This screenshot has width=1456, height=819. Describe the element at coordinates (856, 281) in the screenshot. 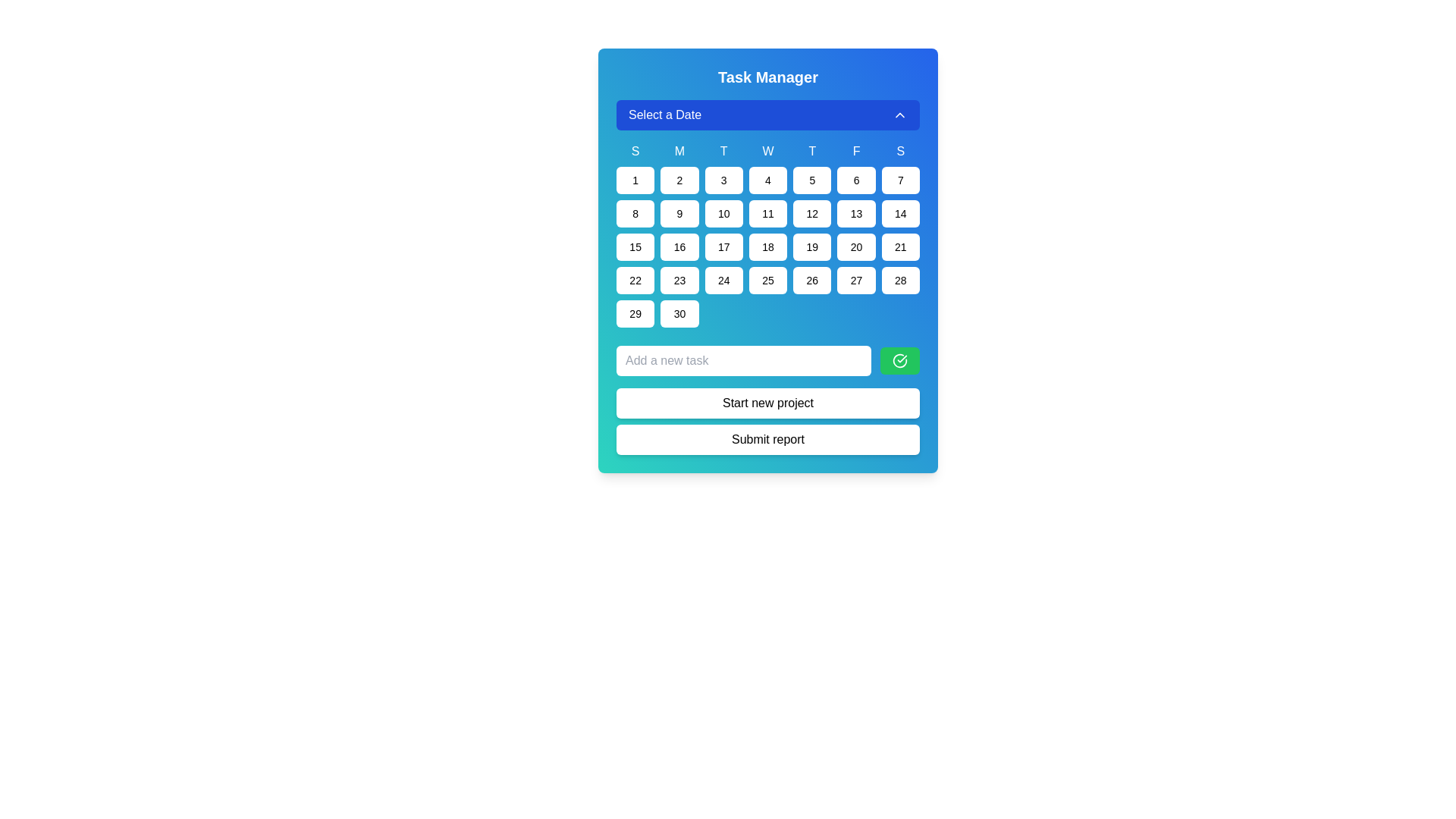

I see `the button representing the date '27' in the bottom-right corner of the calendar interface` at that location.